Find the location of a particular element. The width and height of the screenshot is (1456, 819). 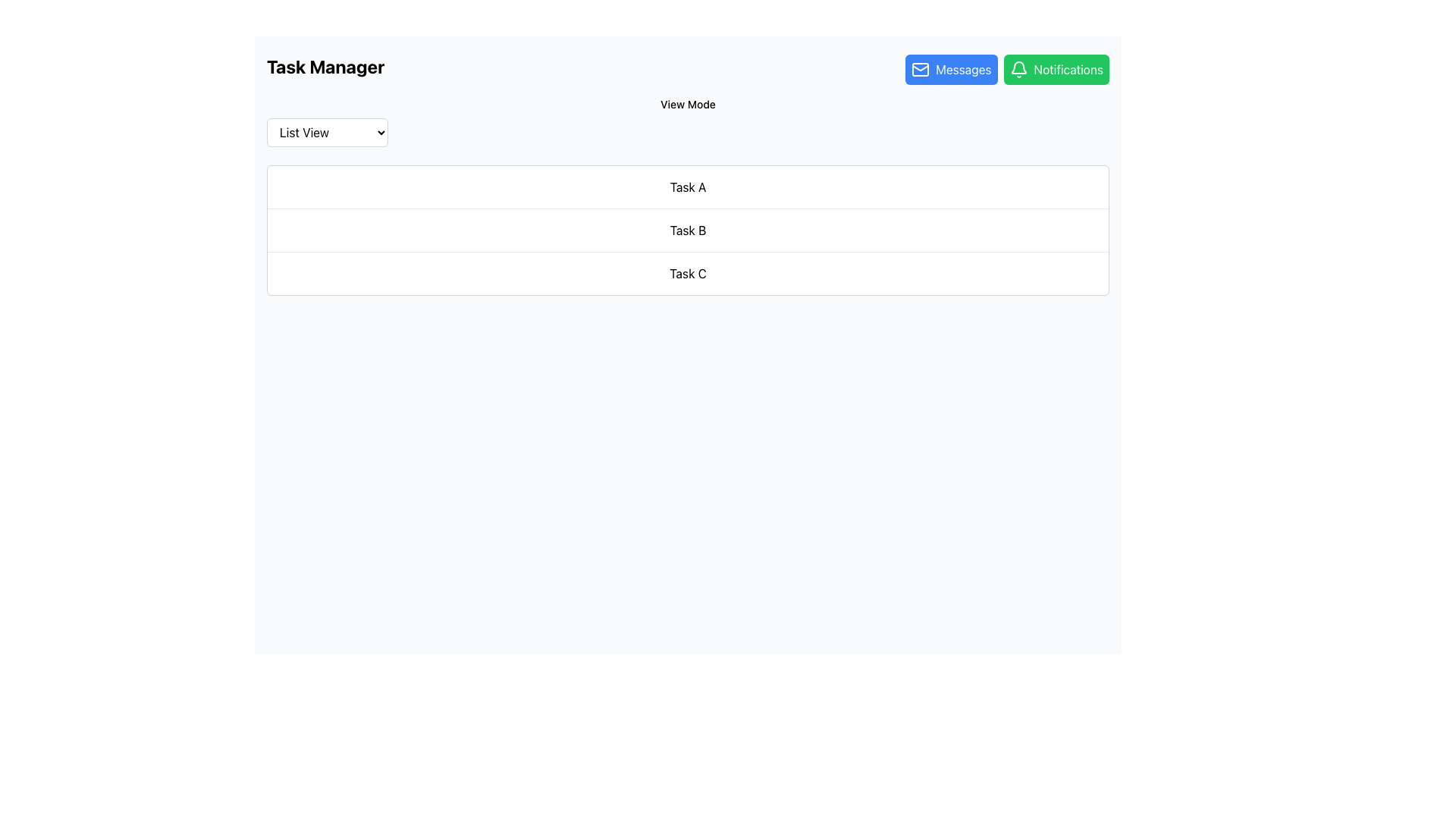

the bold, large text label displaying 'Task Manager' located at the top-left section of the interface is located at coordinates (325, 70).